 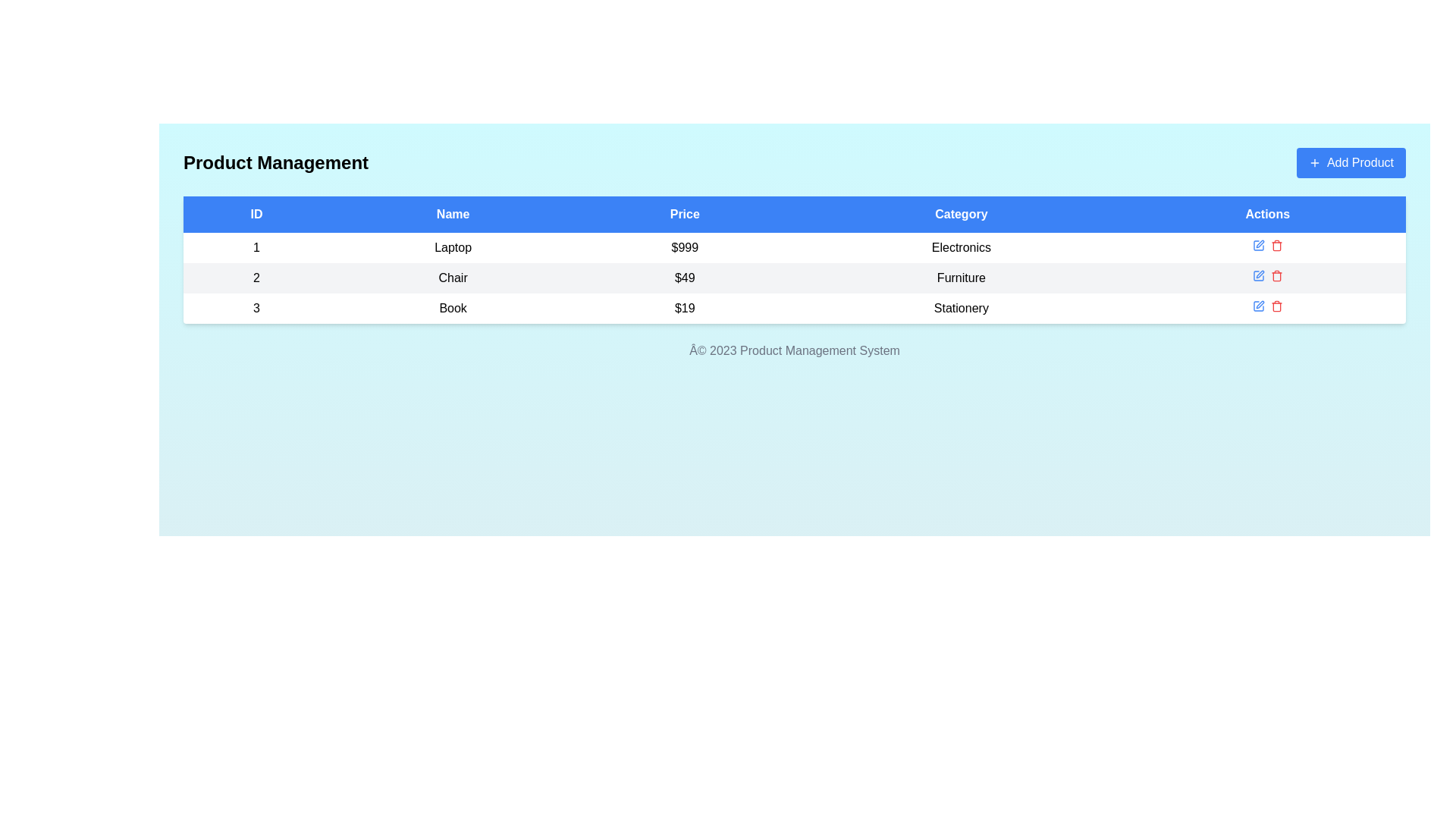 What do you see at coordinates (256, 278) in the screenshot?
I see `the table cell located in the second row and first column under 'ID'` at bounding box center [256, 278].